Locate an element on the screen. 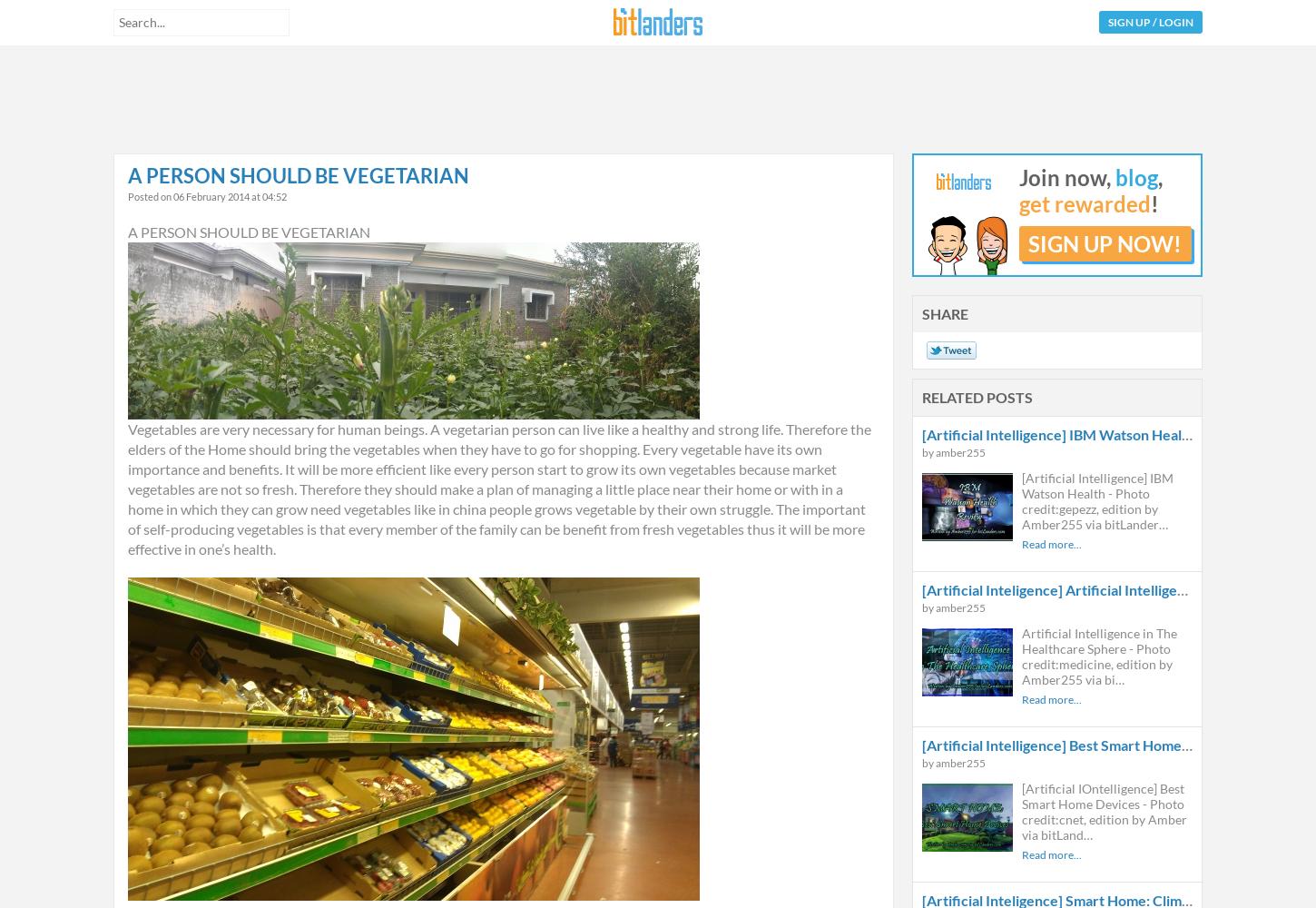  '06 February 2014' is located at coordinates (211, 195).